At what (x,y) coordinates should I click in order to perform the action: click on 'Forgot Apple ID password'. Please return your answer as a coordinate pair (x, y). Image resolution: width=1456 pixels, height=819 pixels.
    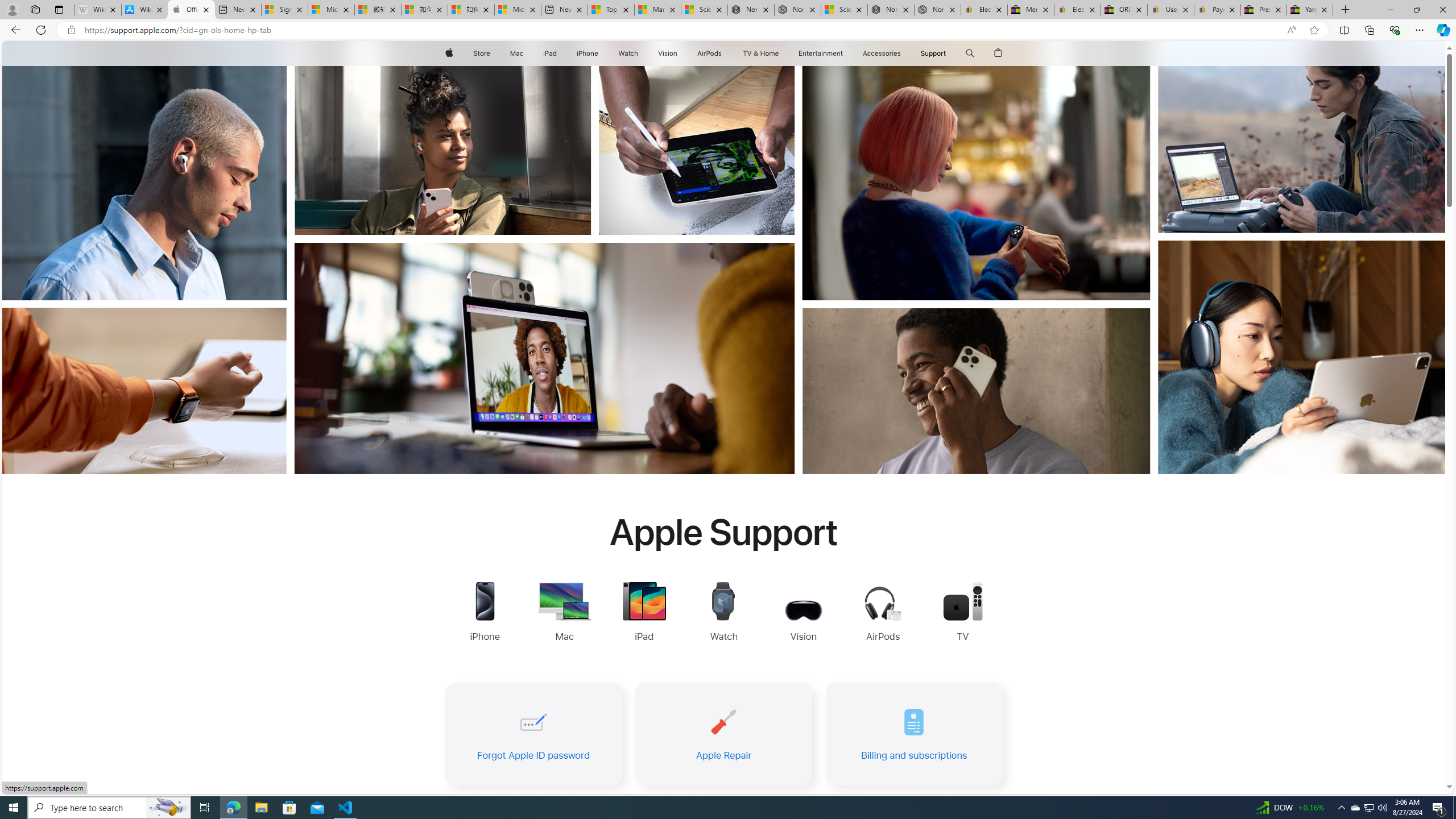
    Looking at the image, I should click on (532, 734).